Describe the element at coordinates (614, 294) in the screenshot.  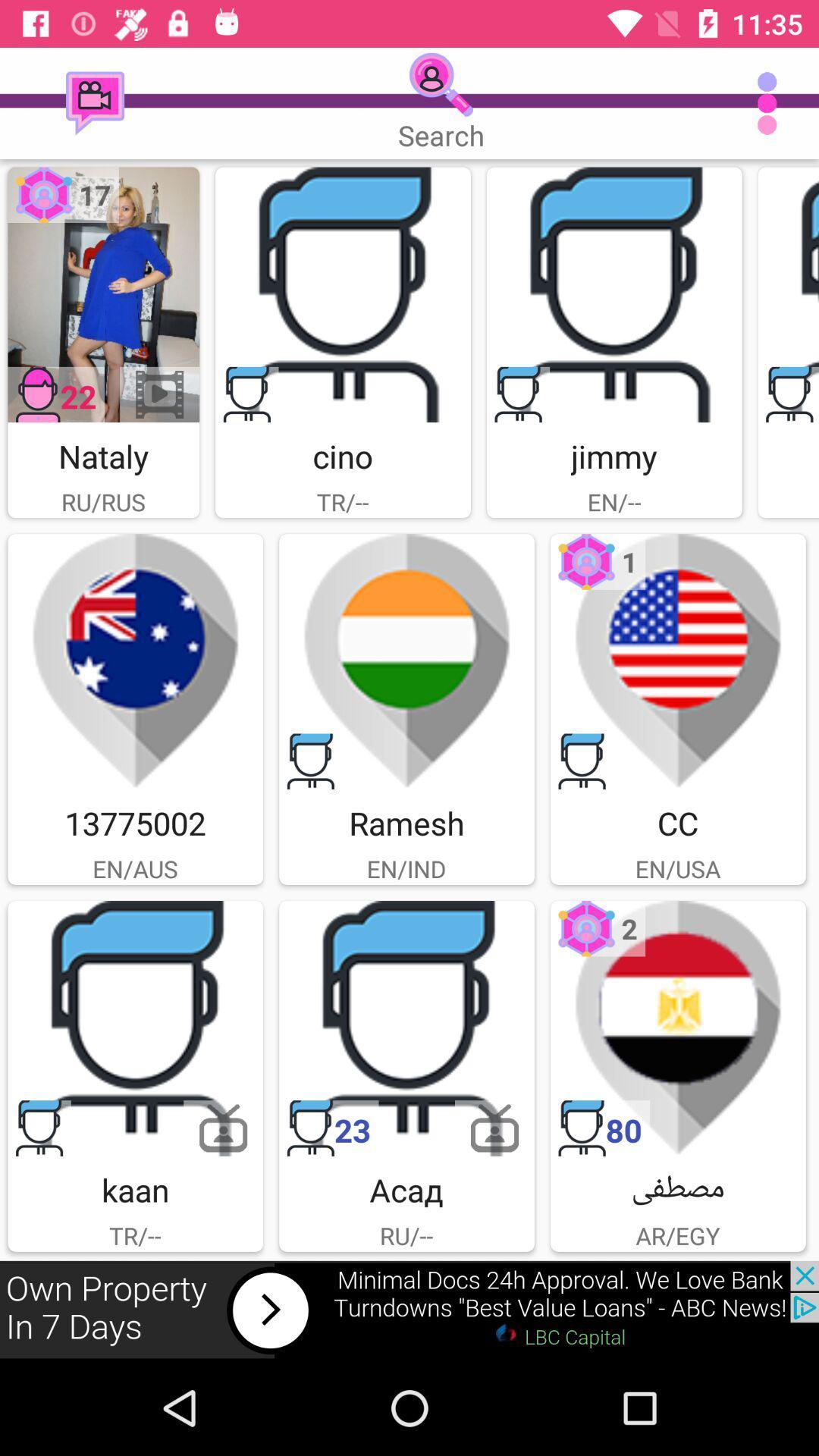
I see `click the jimmy icon` at that location.